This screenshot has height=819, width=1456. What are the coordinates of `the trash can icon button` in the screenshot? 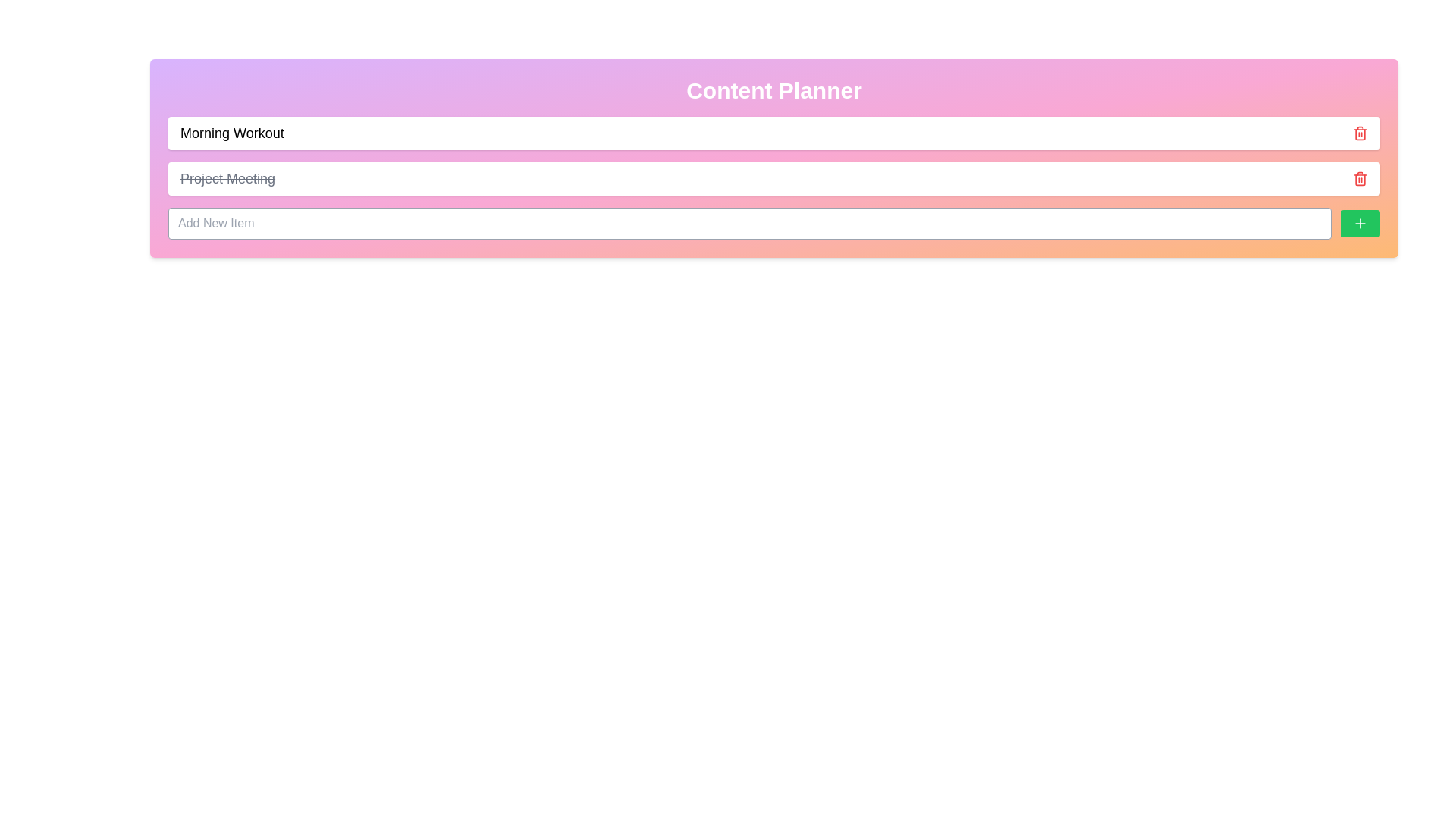 It's located at (1360, 133).